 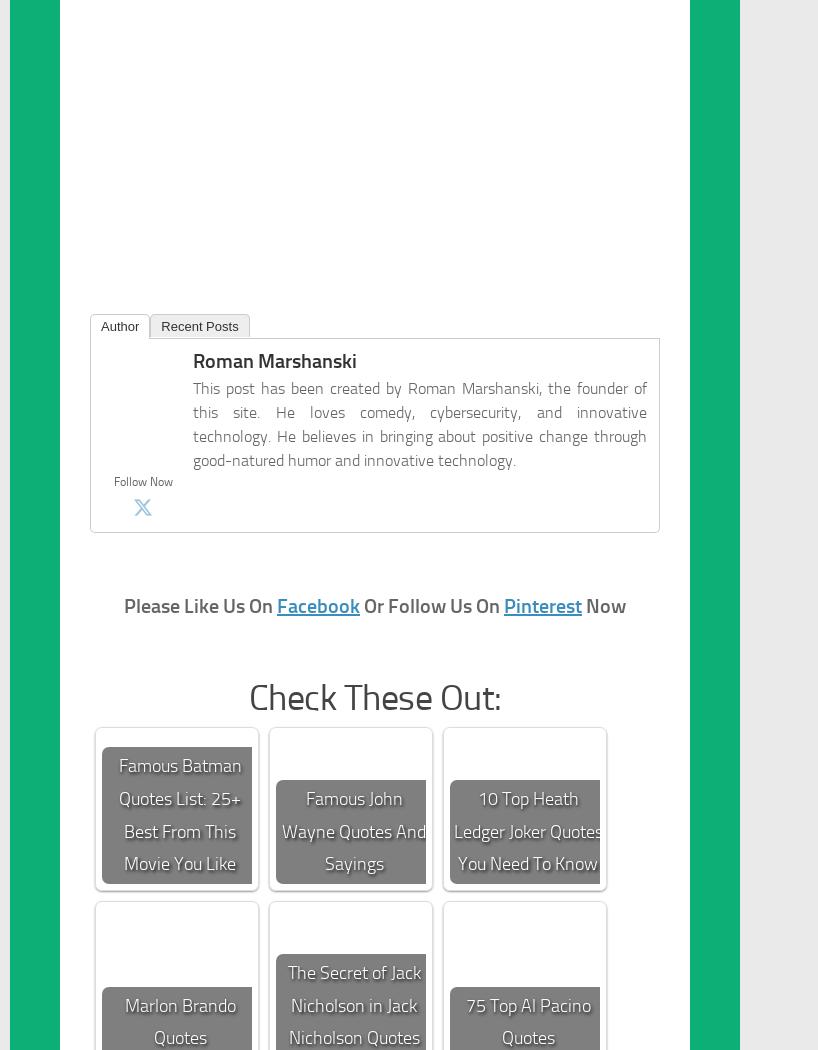 What do you see at coordinates (374, 698) in the screenshot?
I see `'Check These Out:'` at bounding box center [374, 698].